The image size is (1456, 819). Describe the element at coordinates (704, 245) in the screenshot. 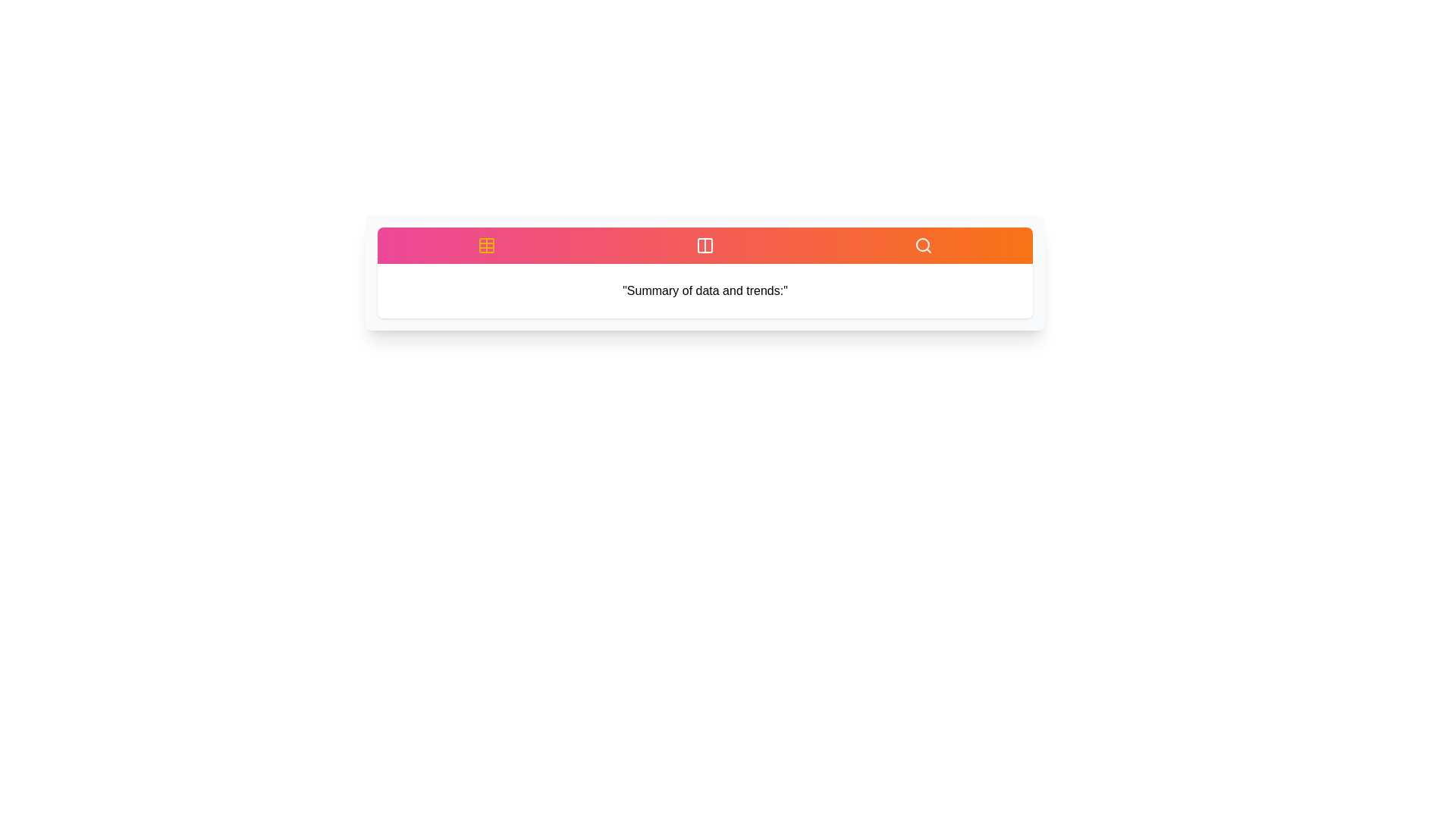

I see `the tab with the ID structure` at that location.